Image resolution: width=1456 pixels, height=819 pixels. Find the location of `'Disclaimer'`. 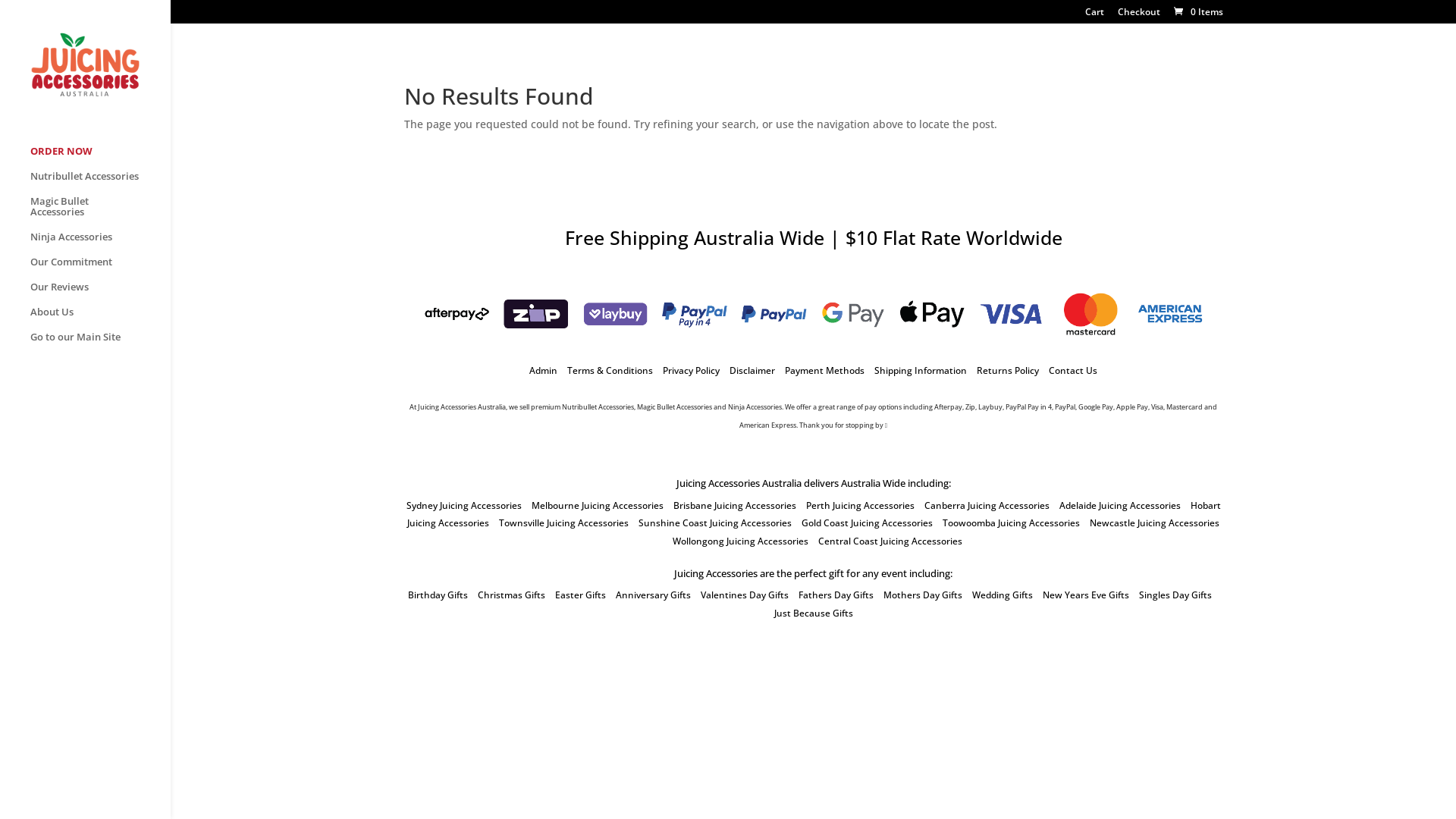

'Disclaimer' is located at coordinates (729, 370).